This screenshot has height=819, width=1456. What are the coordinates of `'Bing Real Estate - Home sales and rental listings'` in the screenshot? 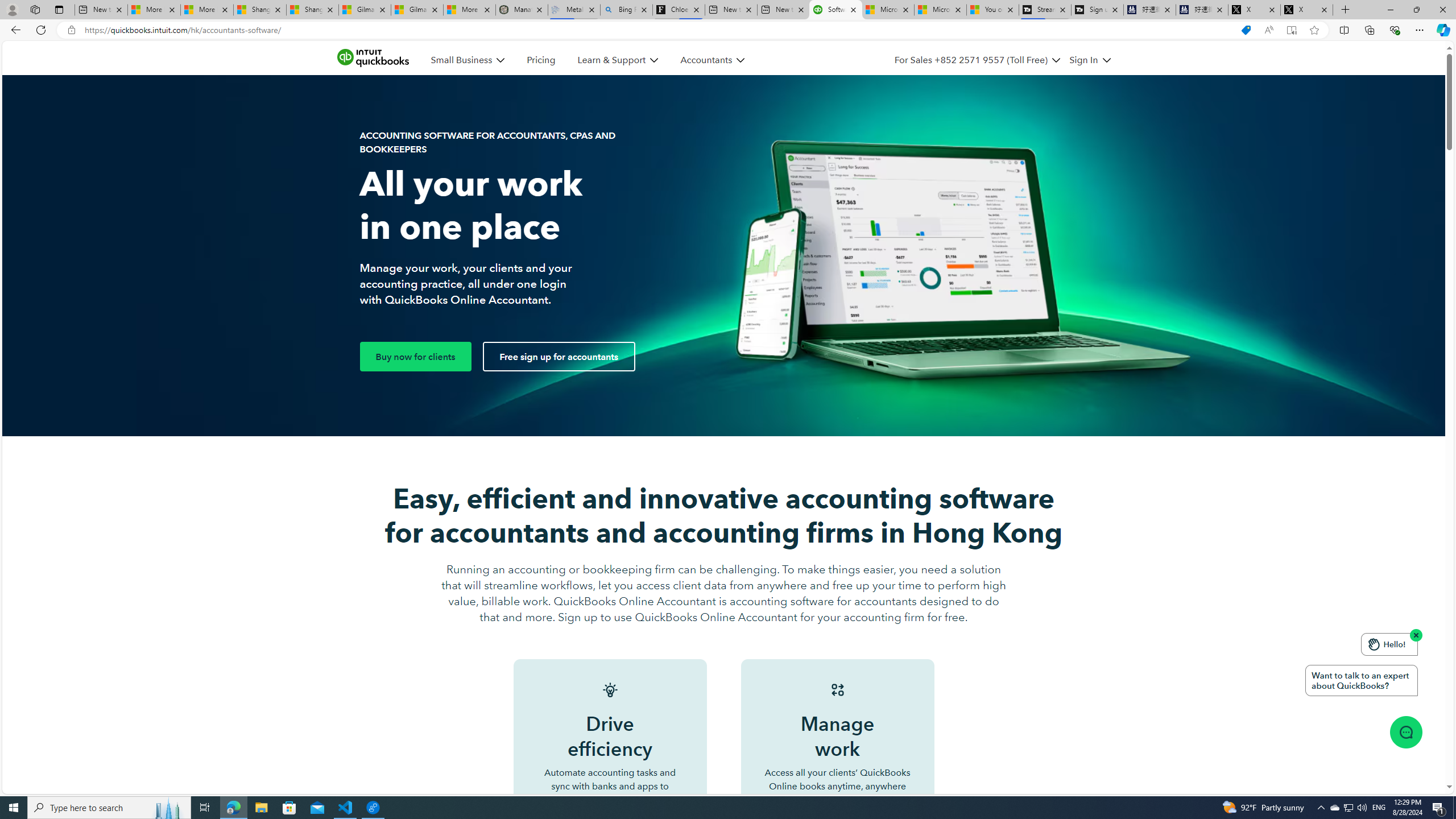 It's located at (626, 9).